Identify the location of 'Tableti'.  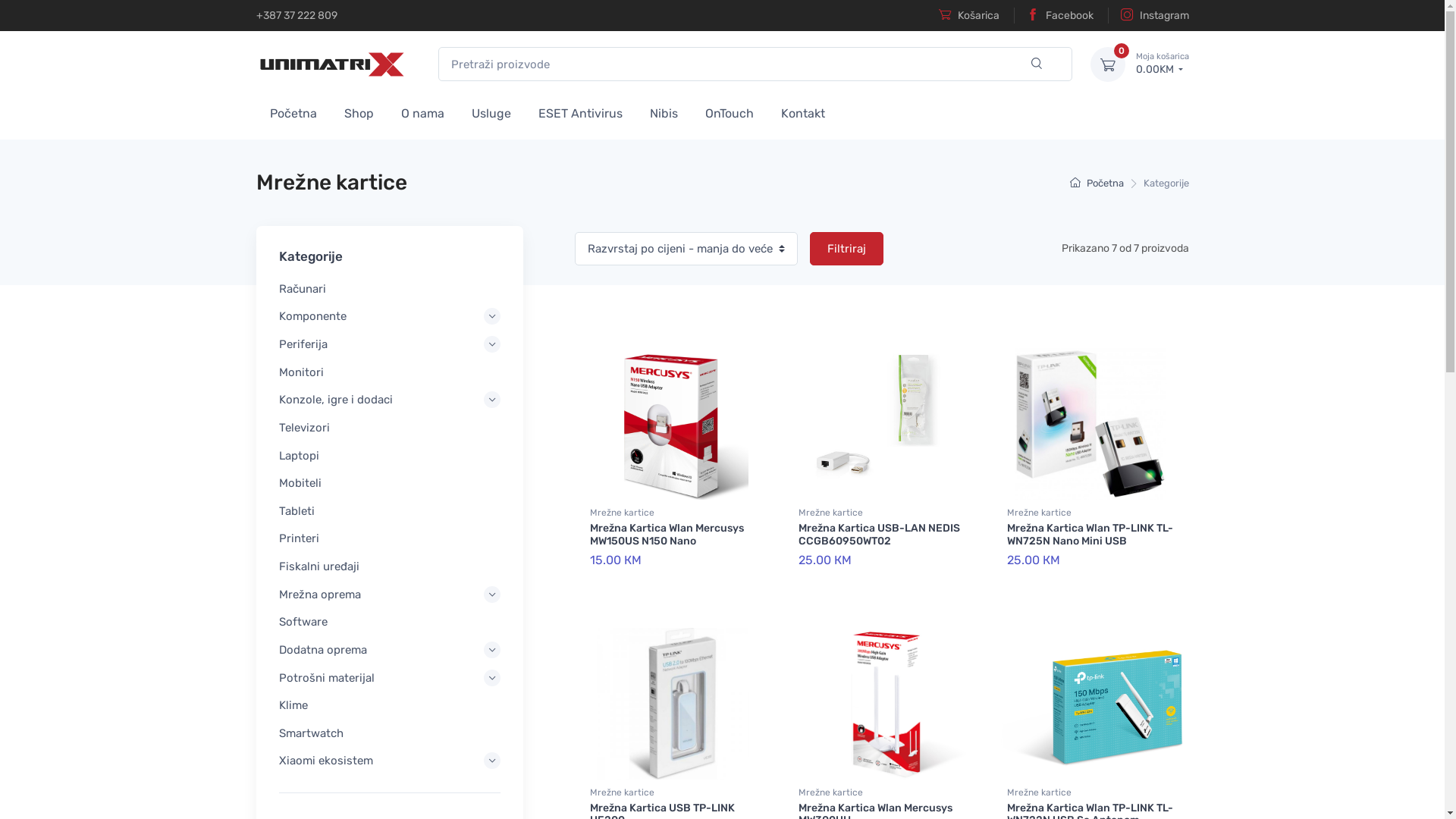
(389, 511).